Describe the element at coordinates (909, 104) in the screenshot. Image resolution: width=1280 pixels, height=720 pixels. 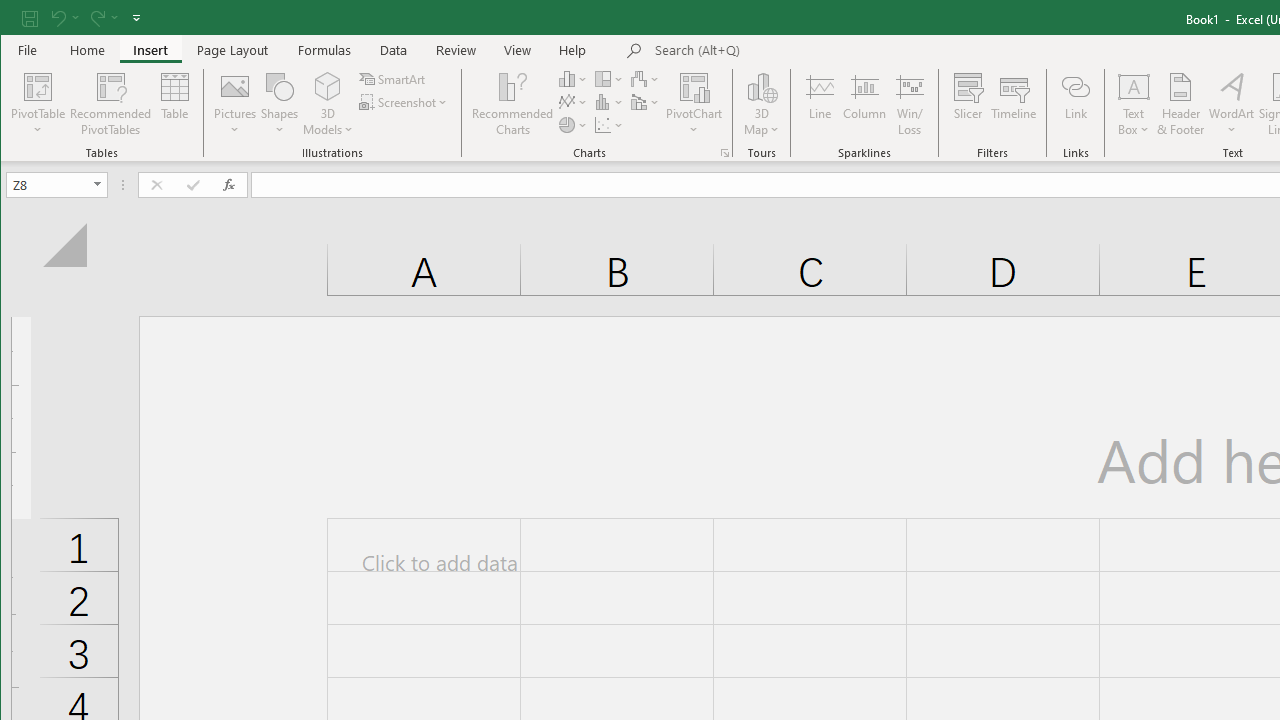
I see `'Win/Loss'` at that location.